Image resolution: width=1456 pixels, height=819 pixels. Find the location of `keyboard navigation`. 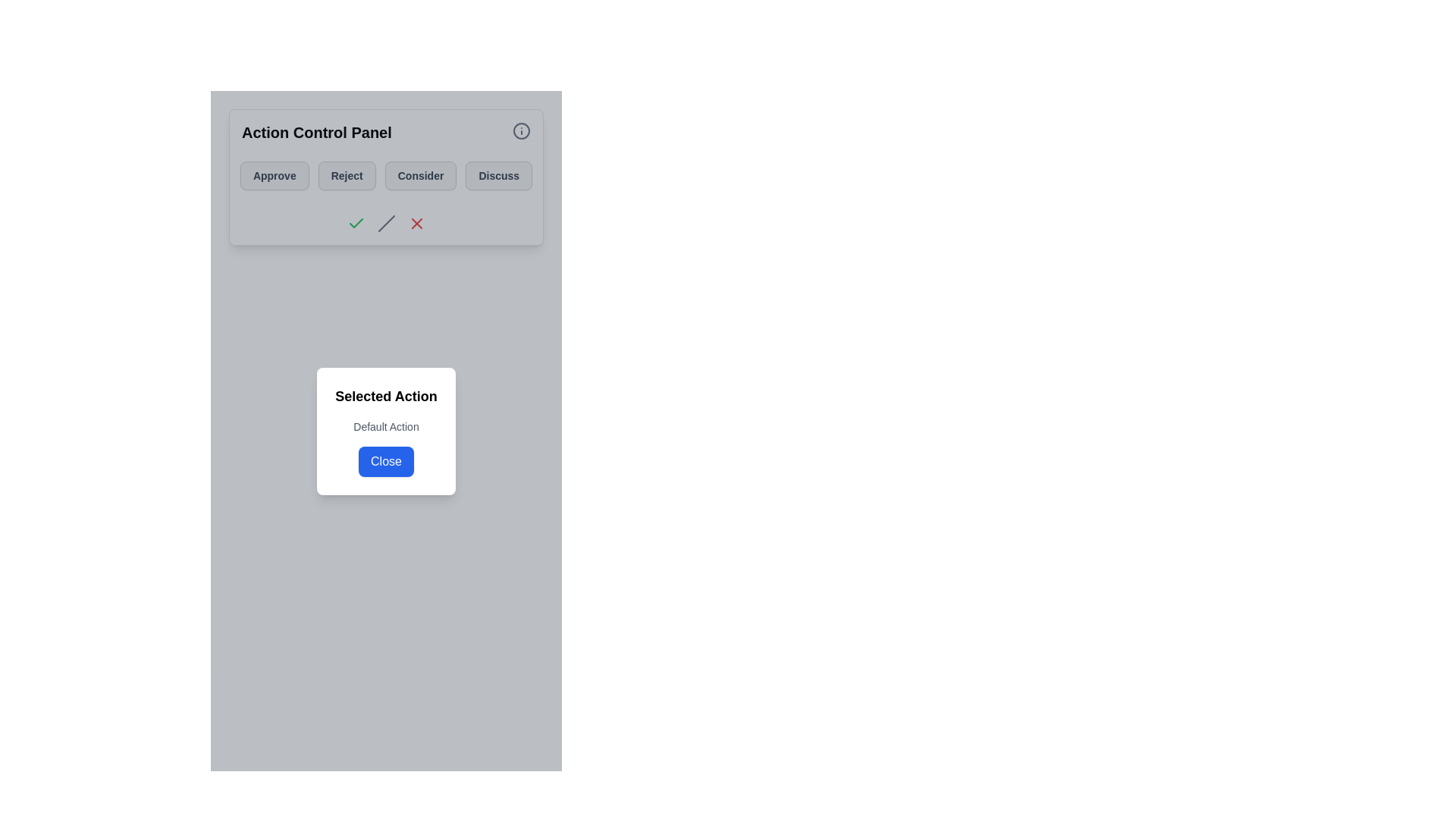

keyboard navigation is located at coordinates (386, 174).